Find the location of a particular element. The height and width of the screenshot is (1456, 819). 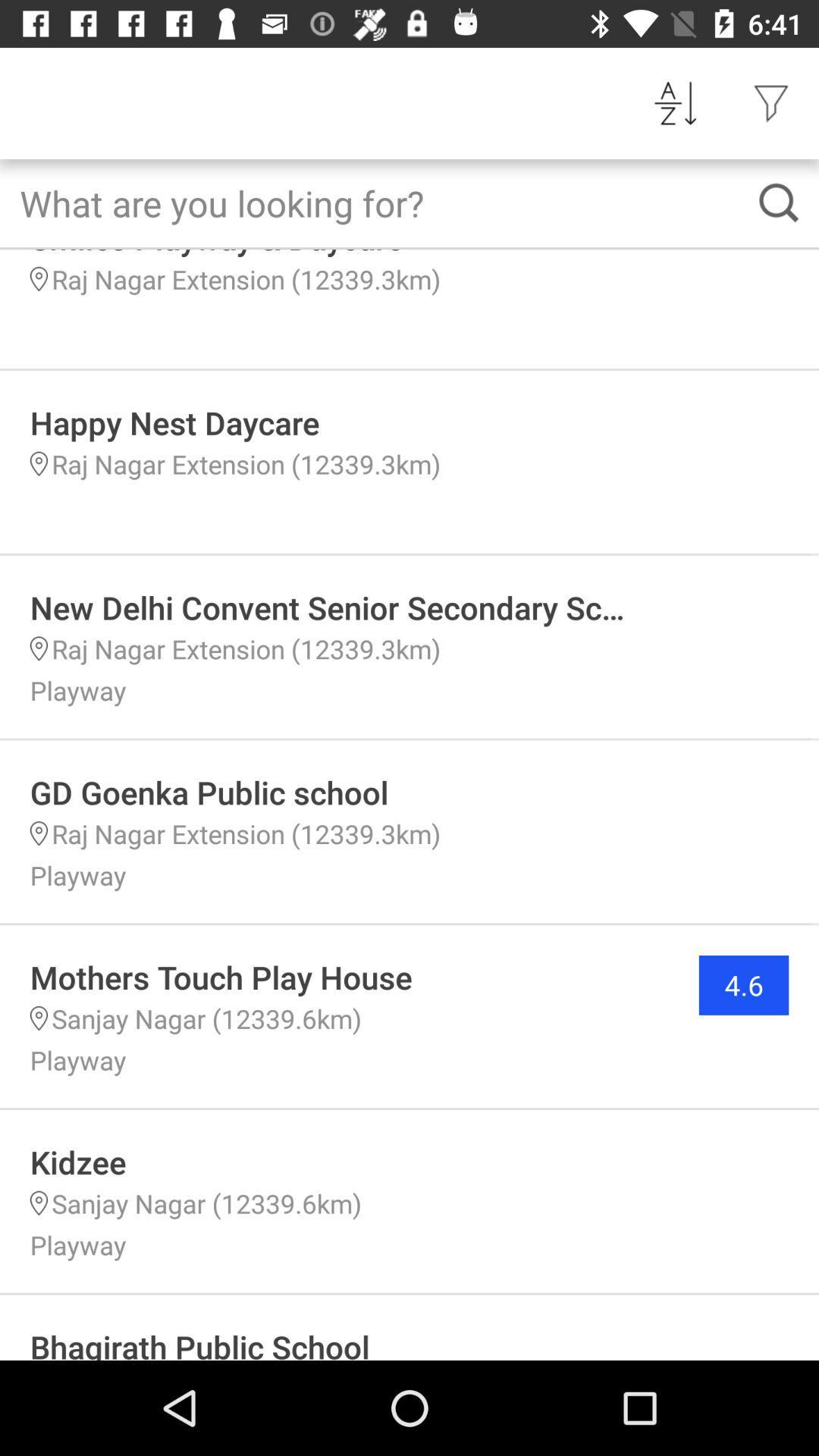

the search icon is located at coordinates (779, 202).